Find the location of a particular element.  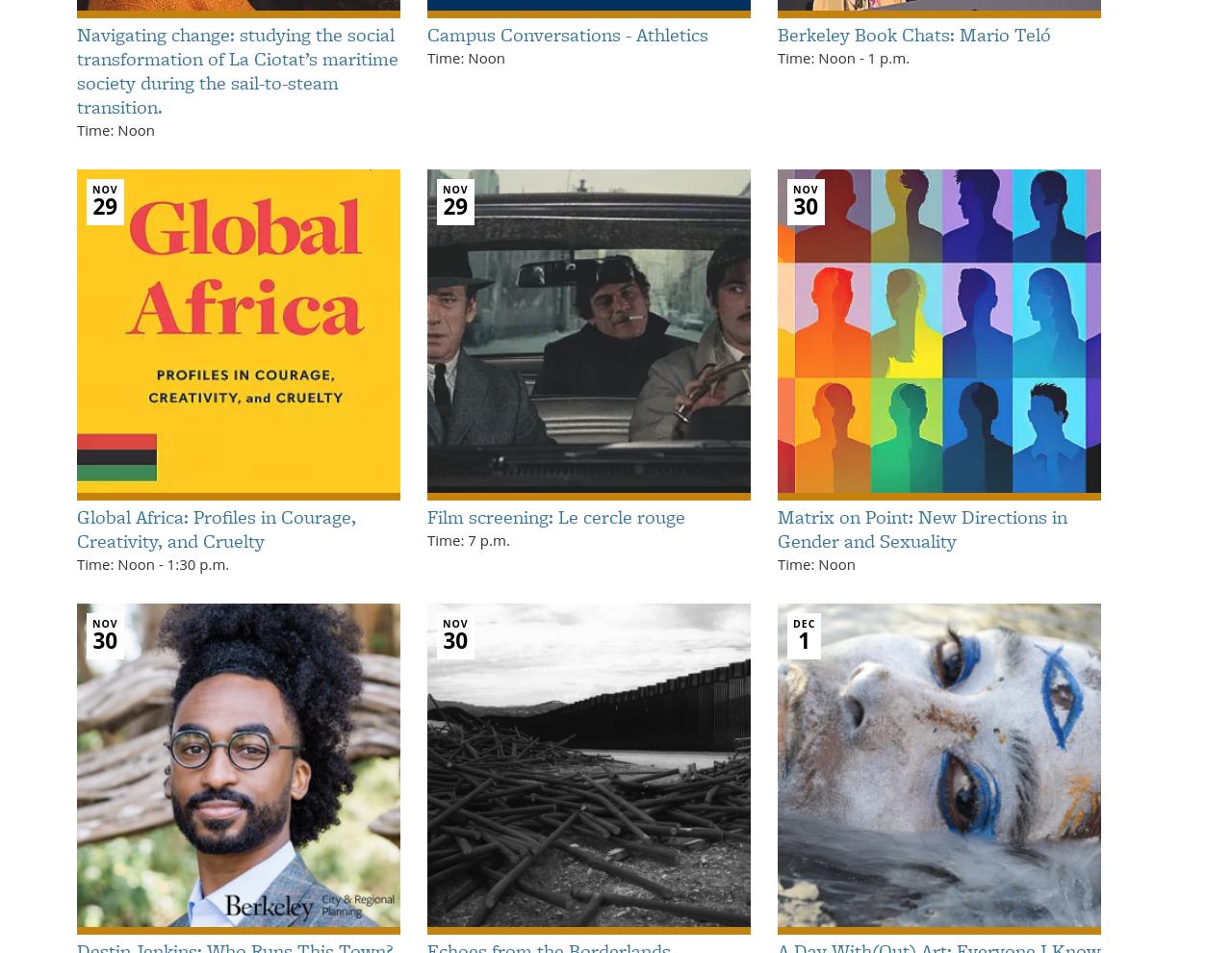

'Film screening: Le cercle rouge' is located at coordinates (555, 514).